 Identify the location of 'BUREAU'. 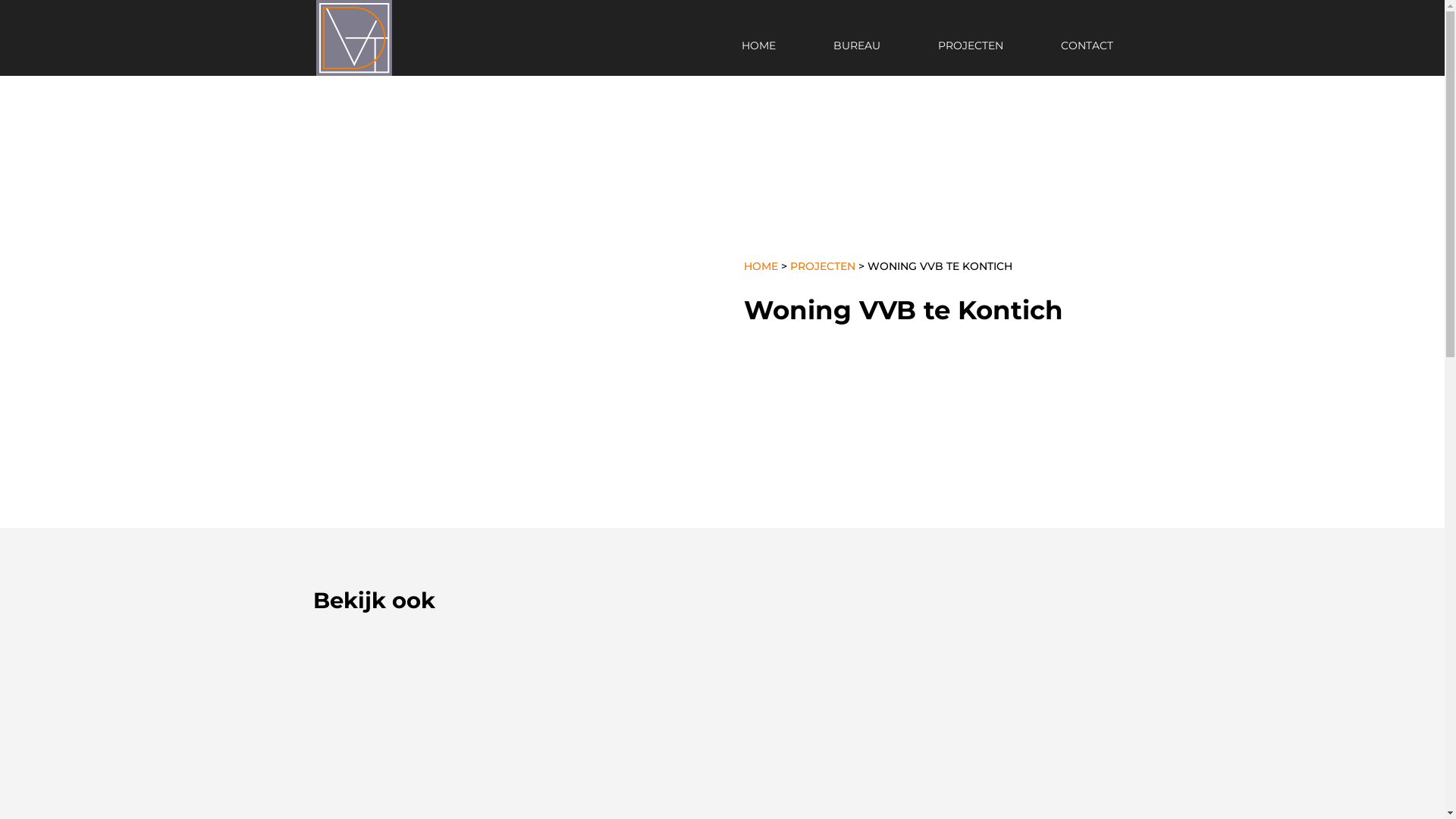
(814, 57).